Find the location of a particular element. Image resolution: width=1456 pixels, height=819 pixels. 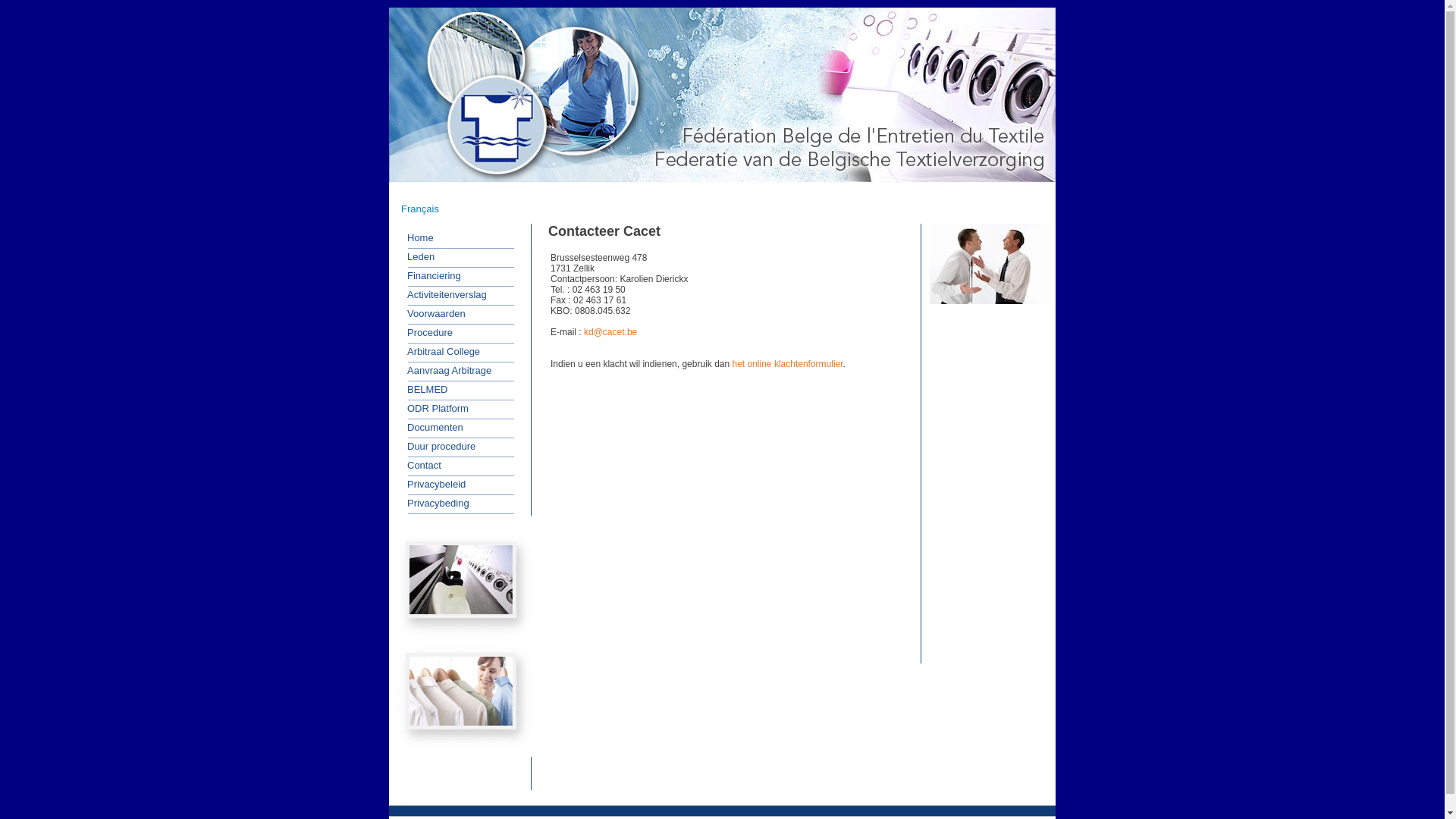

'Aanvraag Arbitrage' is located at coordinates (443, 371).